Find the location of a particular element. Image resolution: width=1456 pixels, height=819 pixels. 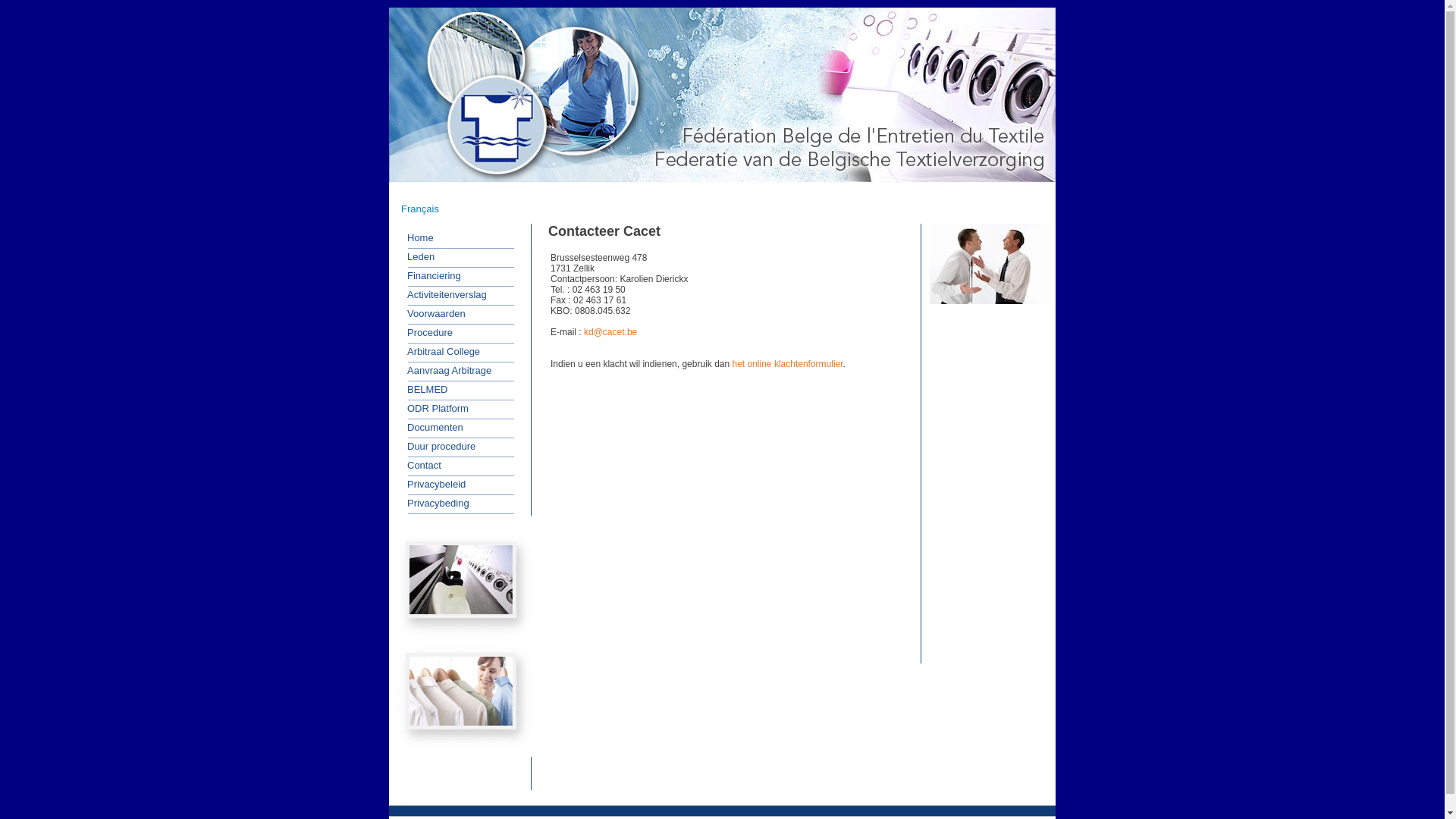

'Aanvraag Arbitrage' is located at coordinates (443, 371).